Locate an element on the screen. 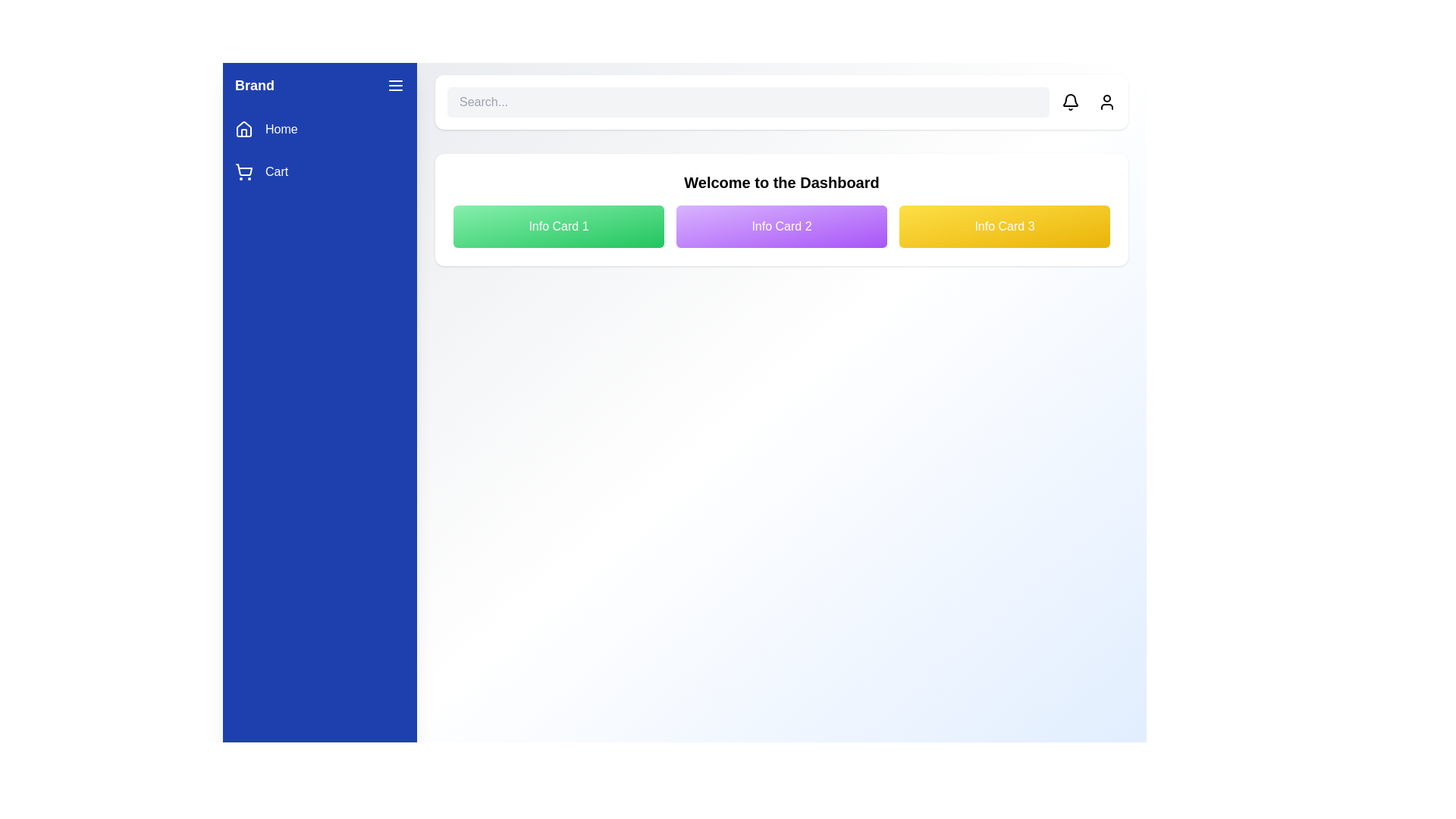 The image size is (1456, 819). the navigation menu item Home is located at coordinates (319, 128).